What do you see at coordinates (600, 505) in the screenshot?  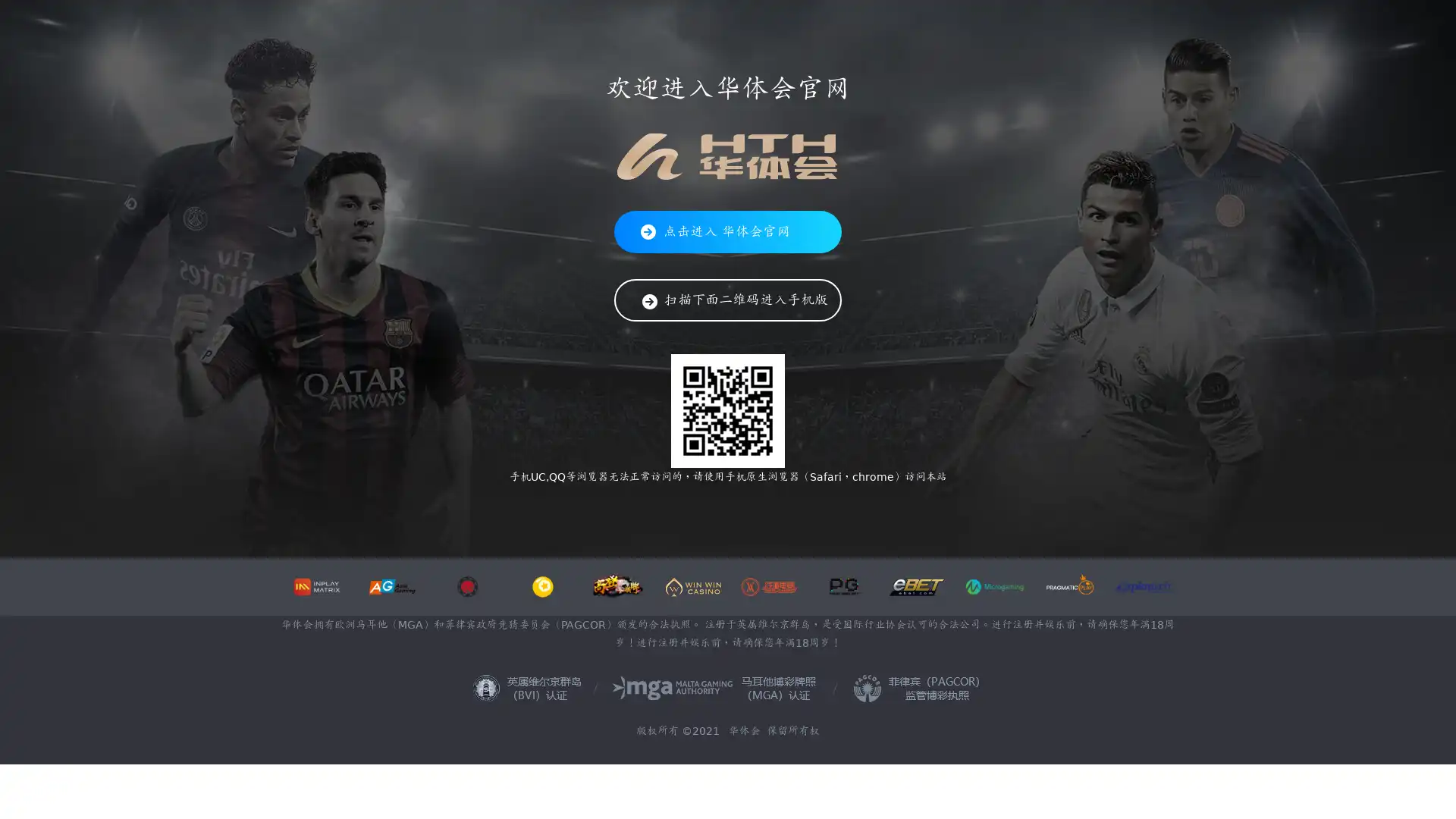 I see `3` at bounding box center [600, 505].